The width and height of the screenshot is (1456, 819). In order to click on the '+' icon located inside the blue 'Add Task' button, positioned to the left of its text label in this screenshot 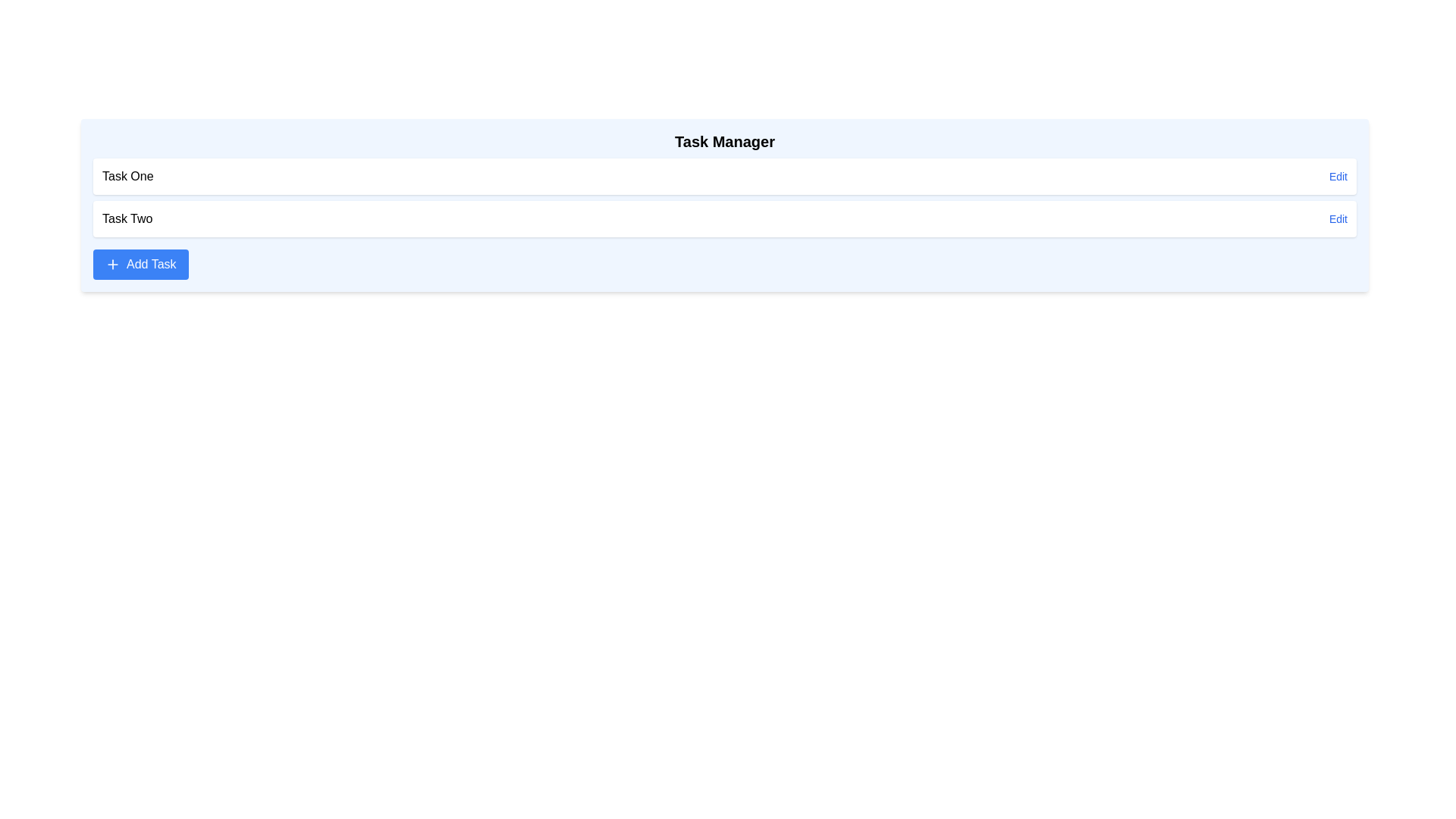, I will do `click(111, 263)`.